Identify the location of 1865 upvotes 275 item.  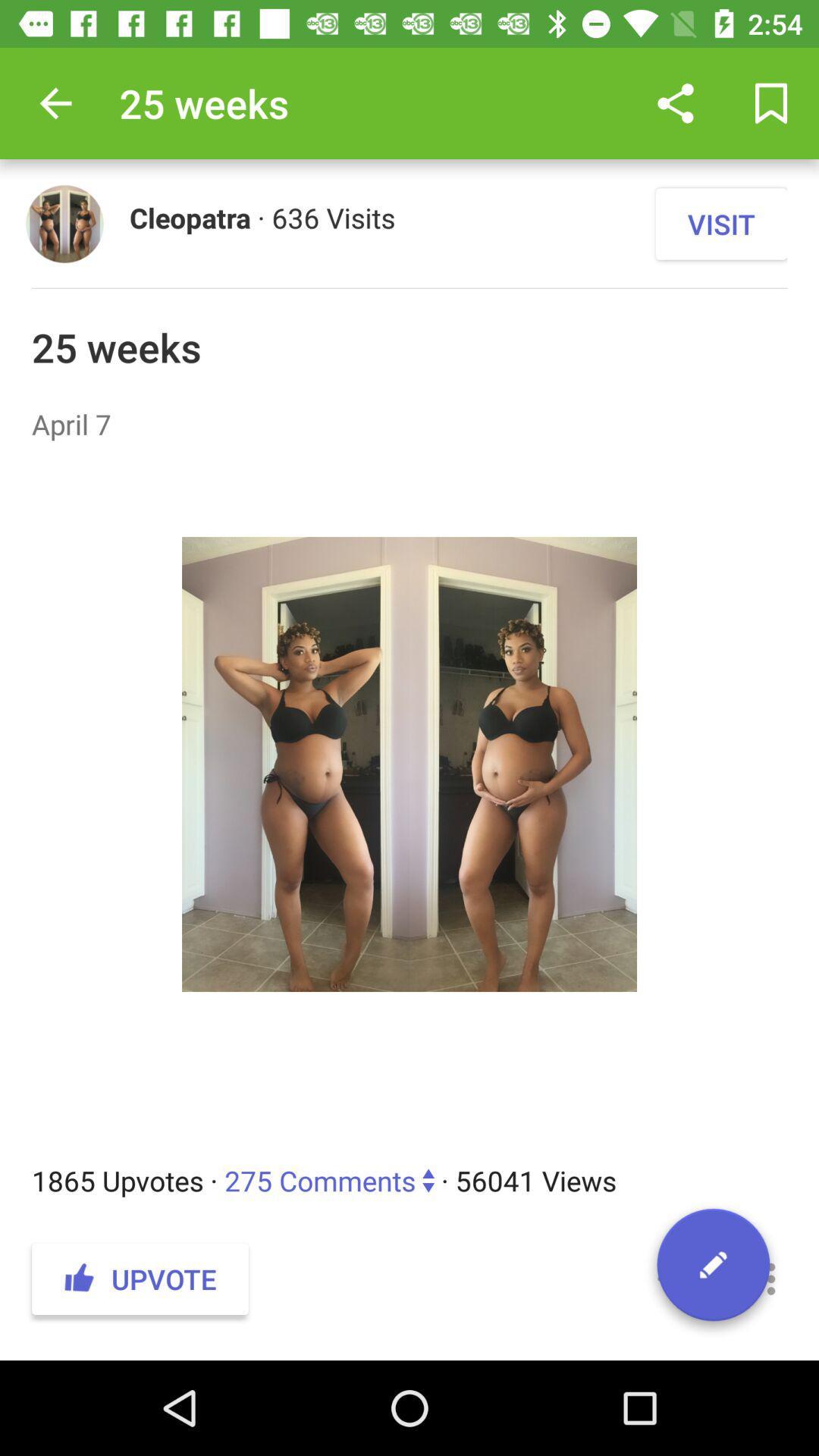
(409, 1179).